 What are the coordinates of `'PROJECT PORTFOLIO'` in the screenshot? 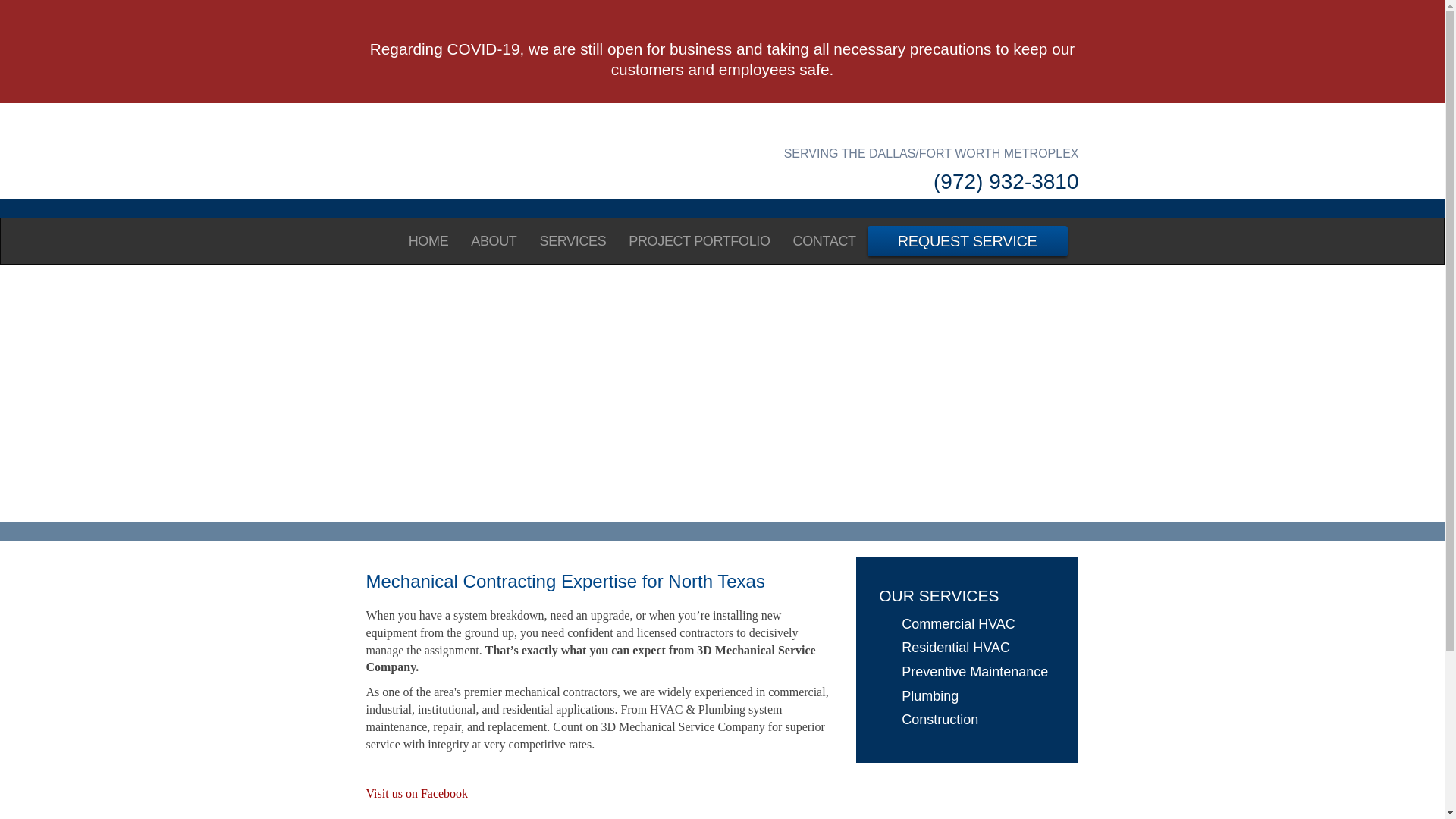 It's located at (698, 240).